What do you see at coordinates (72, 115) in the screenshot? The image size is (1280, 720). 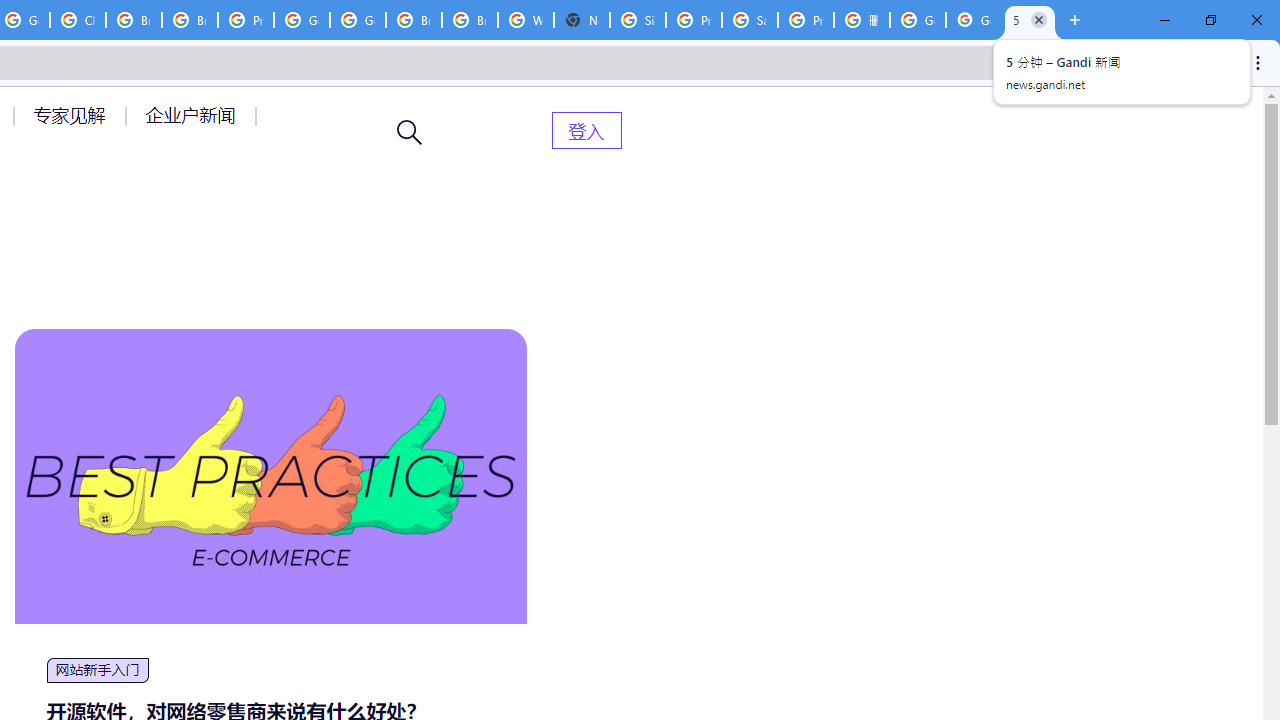 I see `'AutomationID: menu-item-77764'` at bounding box center [72, 115].